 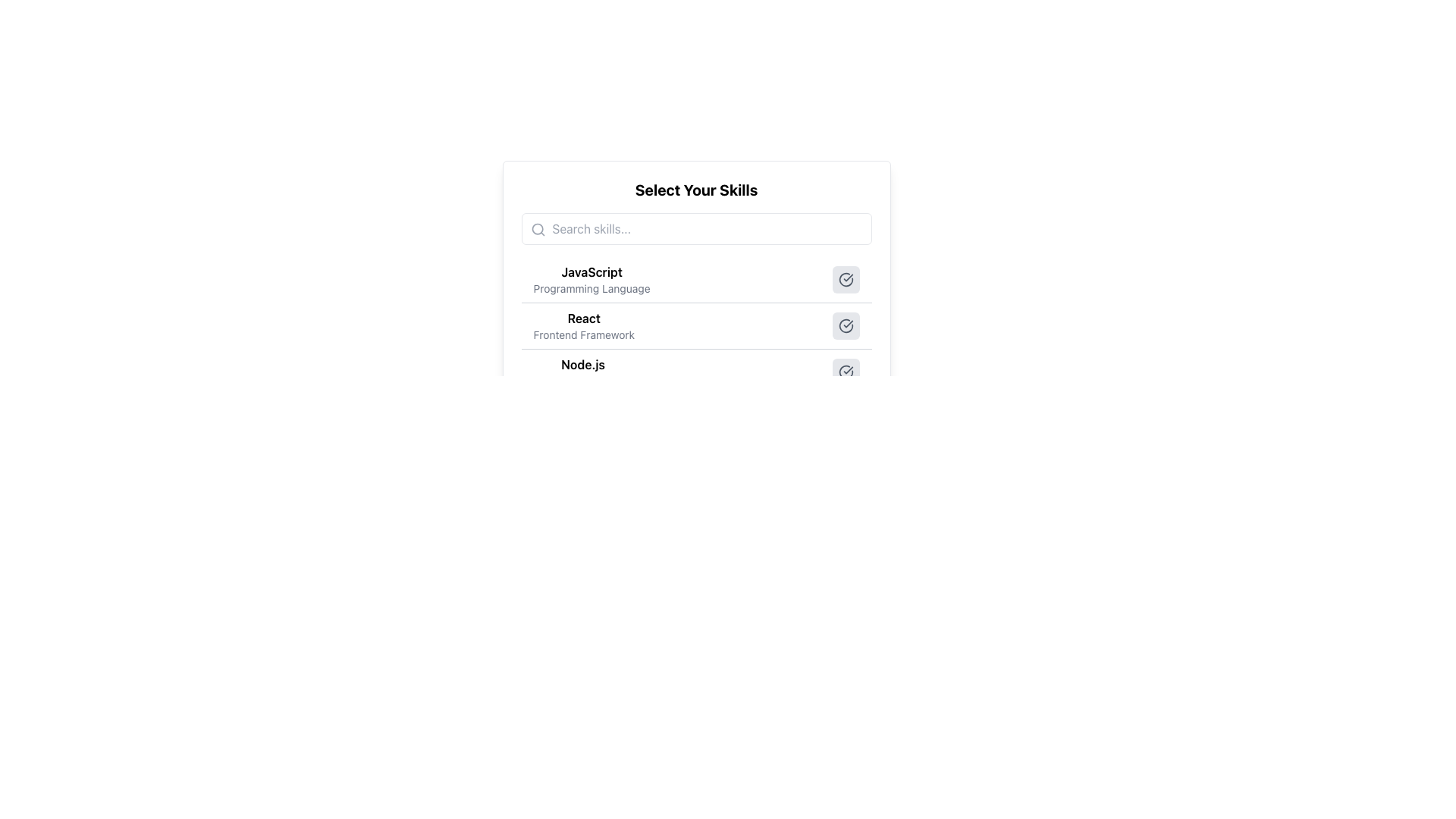 What do you see at coordinates (845, 372) in the screenshot?
I see `the rightmost icon with a circular outline and a check mark inside it, representing the 'Node.js' skill` at bounding box center [845, 372].